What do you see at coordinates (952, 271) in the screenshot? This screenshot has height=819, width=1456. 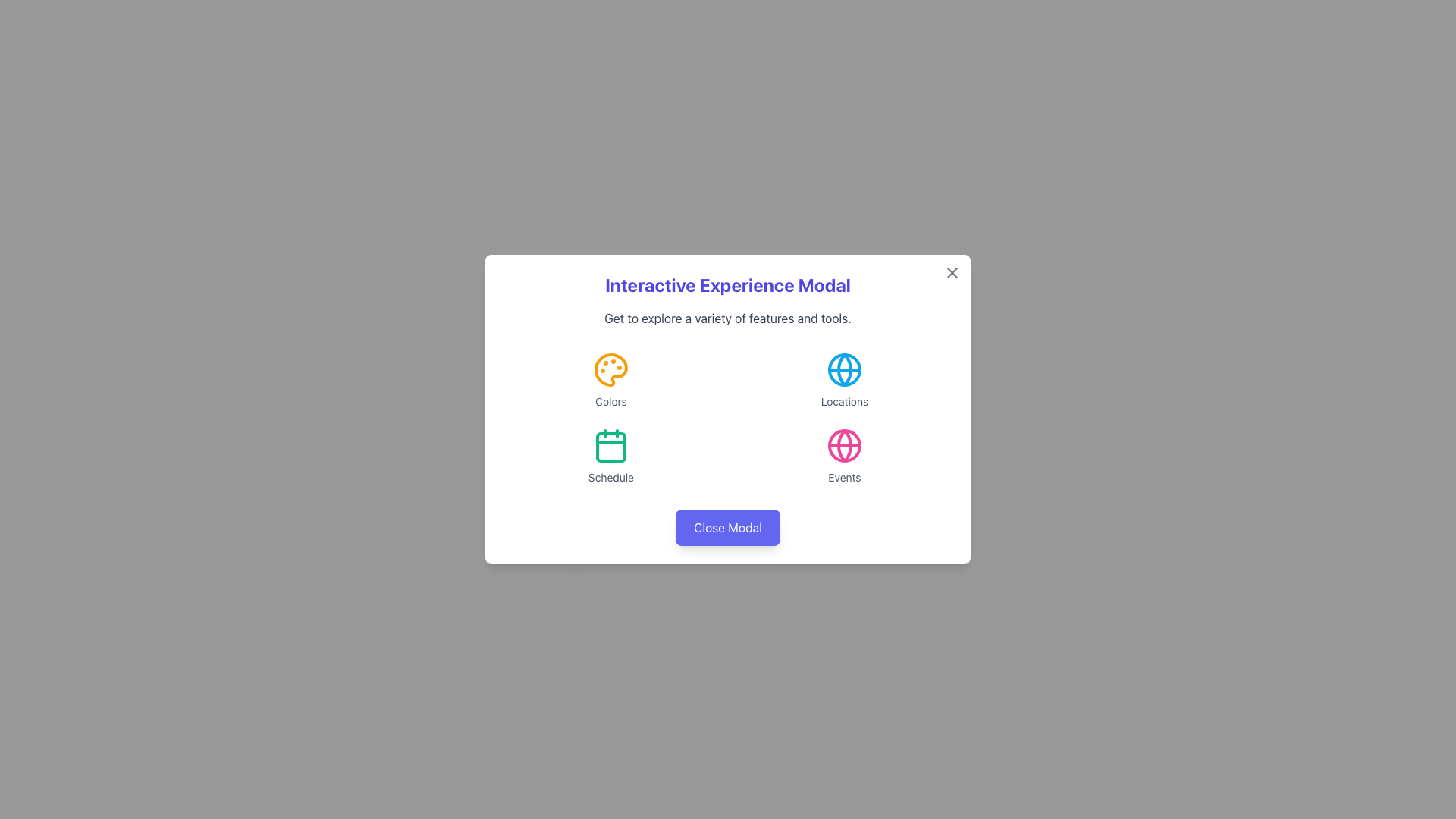 I see `the small button with a cross icon (X) located at the top-right corner of the white modal window to interact with it` at bounding box center [952, 271].